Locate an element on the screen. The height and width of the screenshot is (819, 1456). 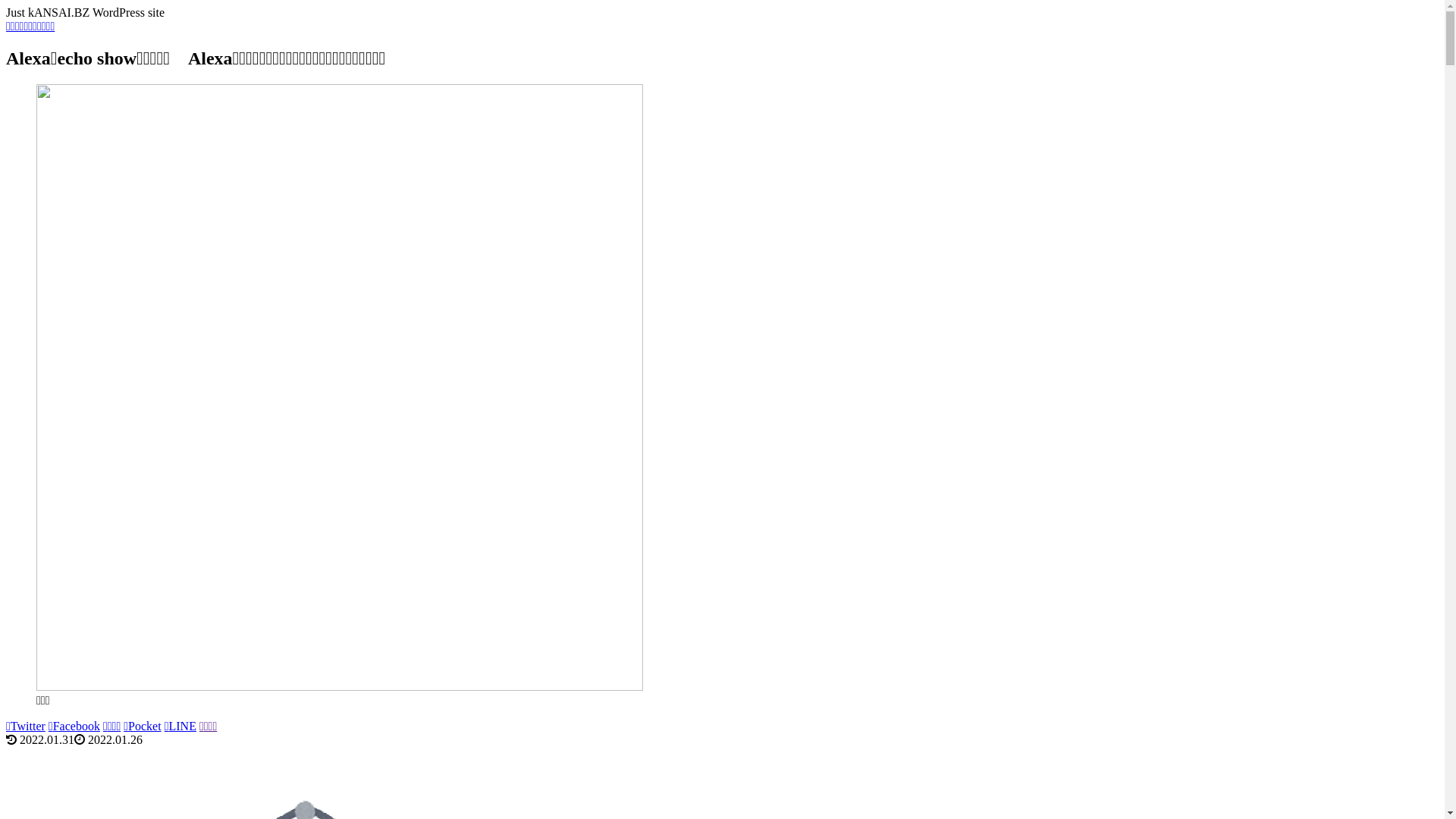
'Twitter' is located at coordinates (25, 725).